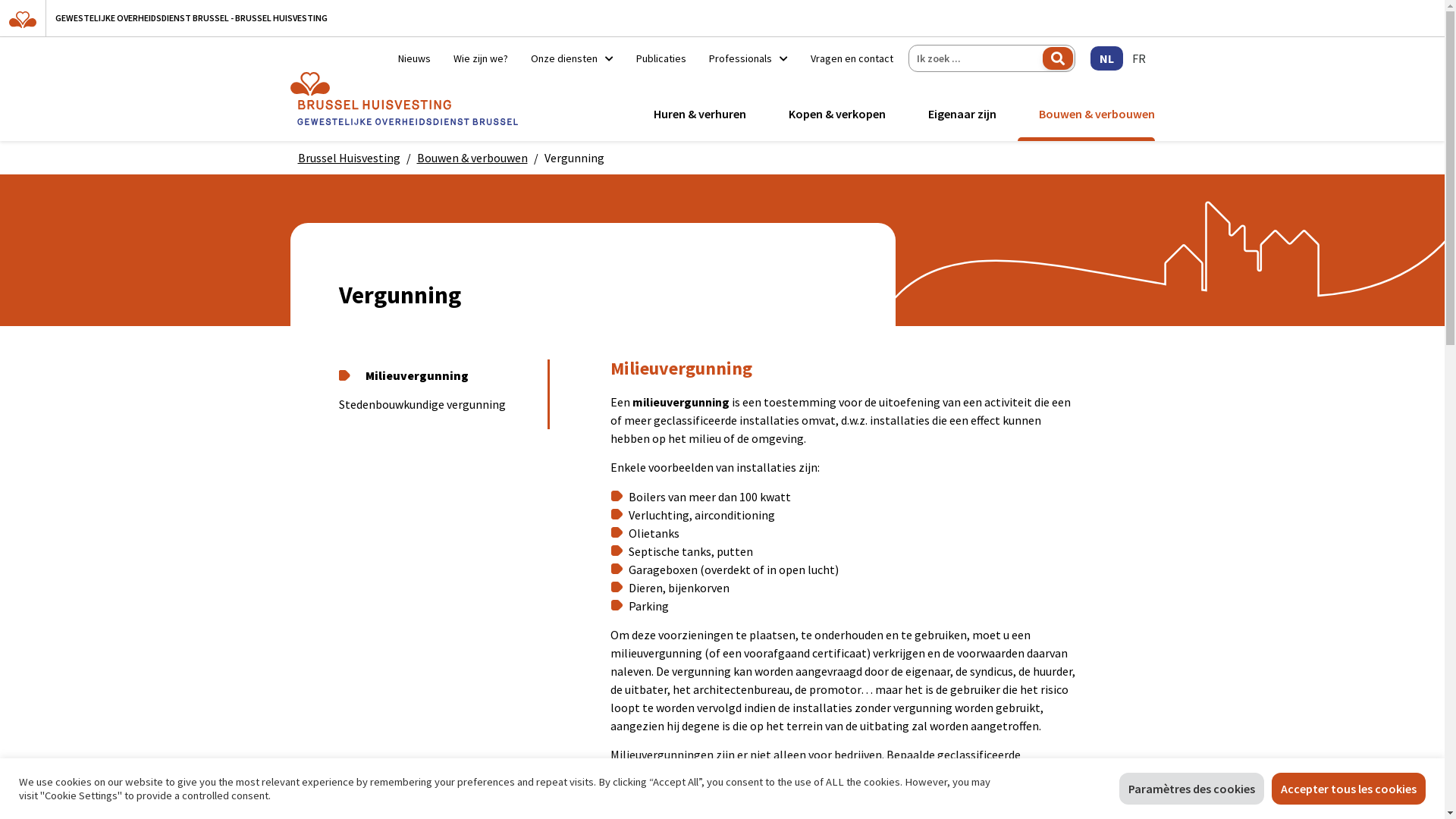  Describe the element at coordinates (783, 113) in the screenshot. I see `'Kopen & verkopen'` at that location.